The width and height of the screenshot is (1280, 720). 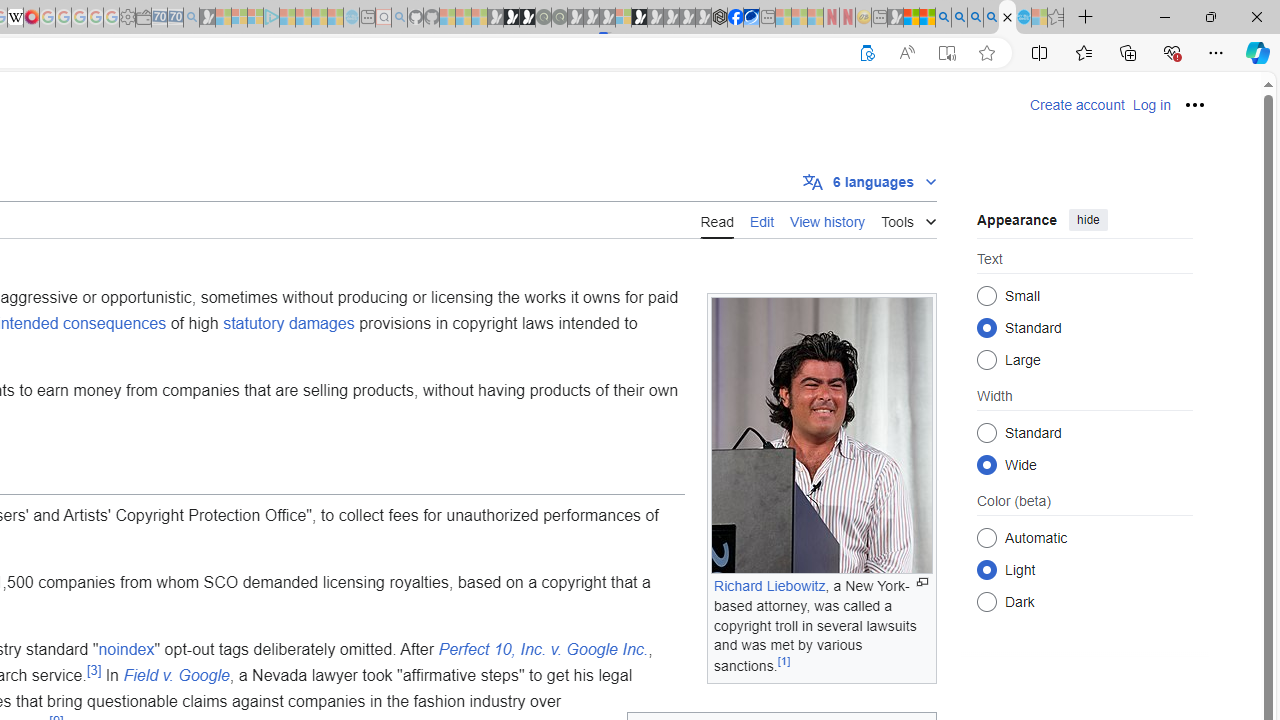 I want to click on 'Support Wikipedia?', so click(x=867, y=52).